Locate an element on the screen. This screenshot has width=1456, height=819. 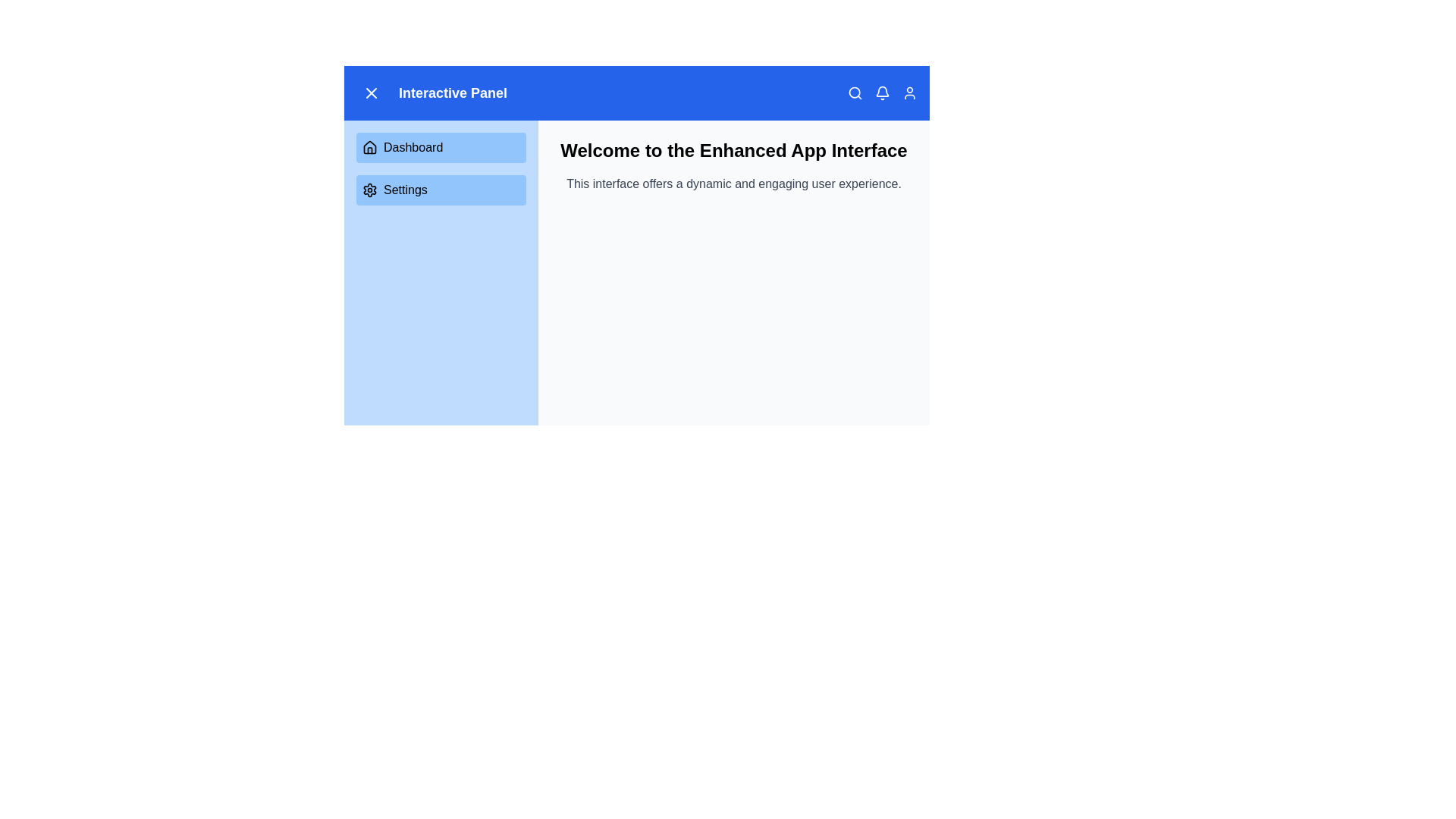
the house-shaped icon in the navigation menu on the left side is located at coordinates (370, 148).